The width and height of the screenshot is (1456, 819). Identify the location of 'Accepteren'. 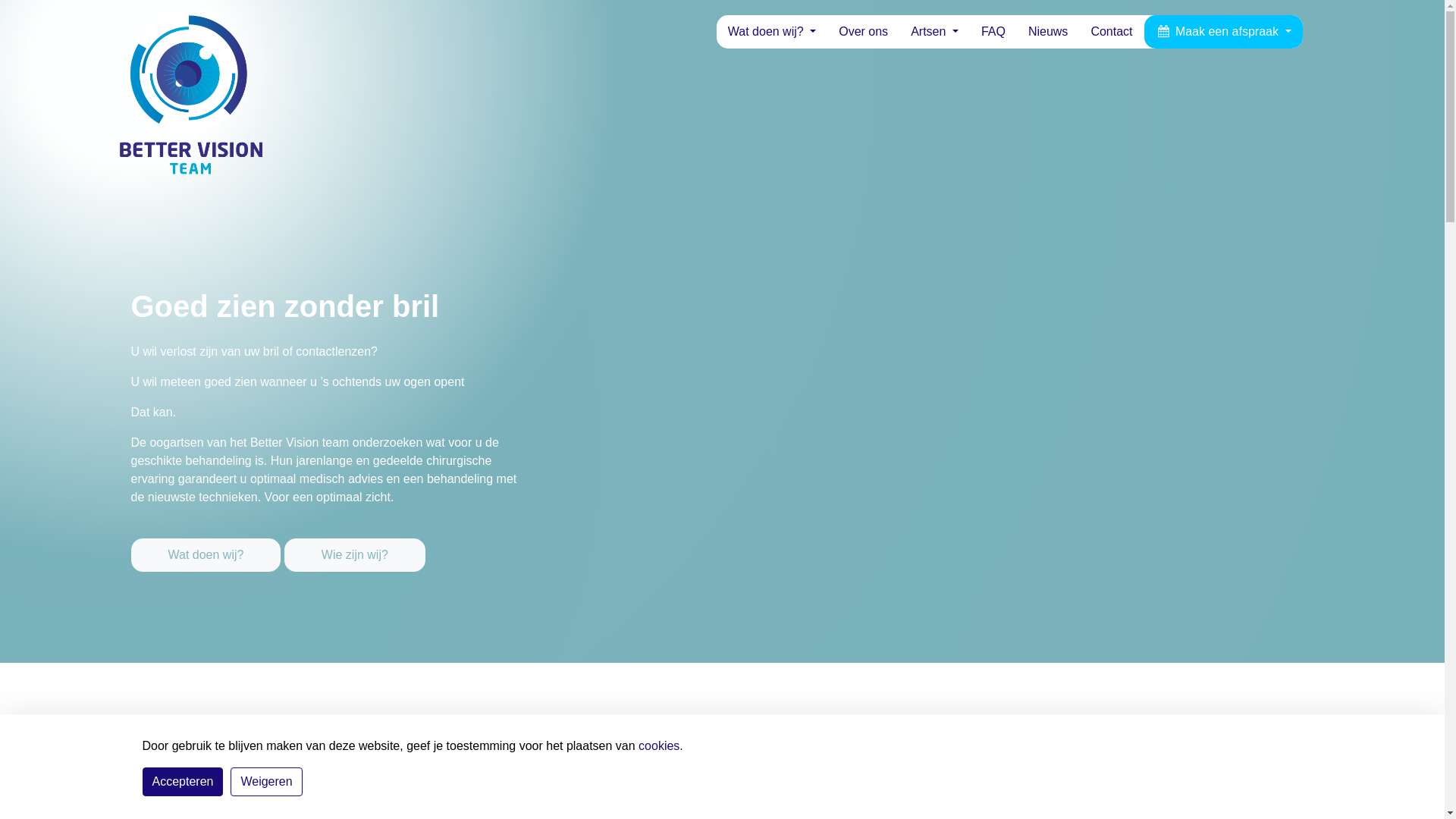
(182, 781).